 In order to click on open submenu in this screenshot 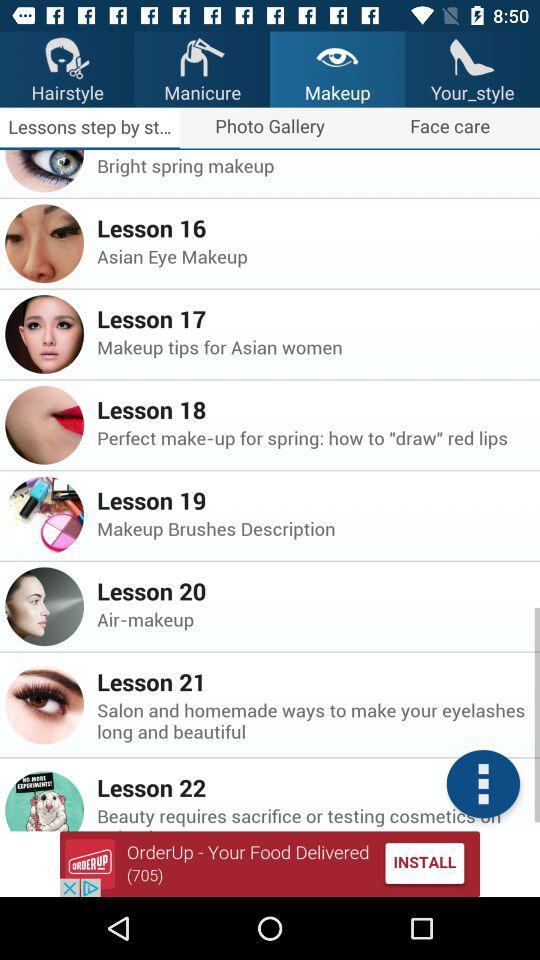, I will do `click(482, 784)`.